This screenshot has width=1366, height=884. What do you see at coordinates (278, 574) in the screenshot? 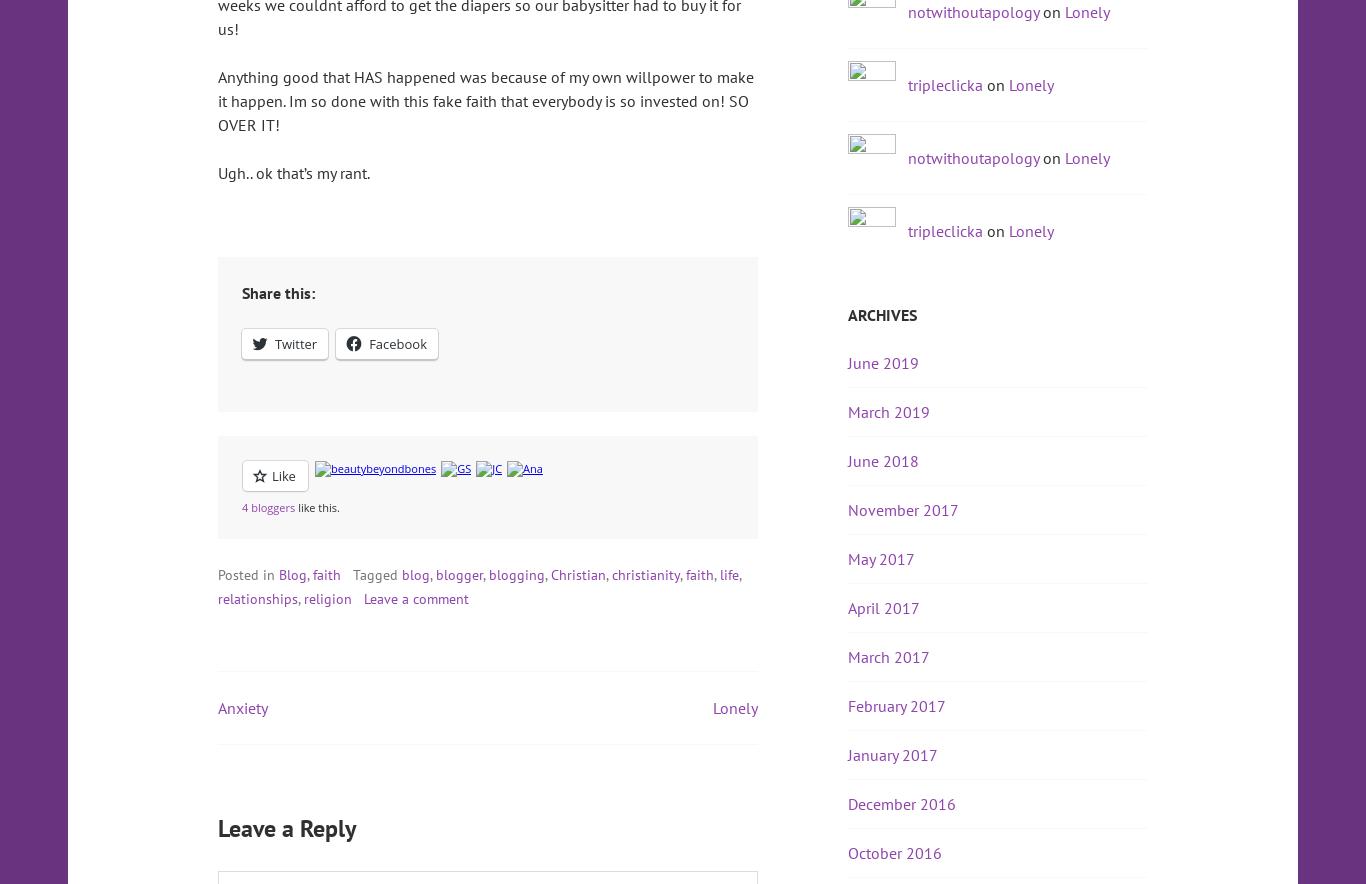
I see `'Blog'` at bounding box center [278, 574].